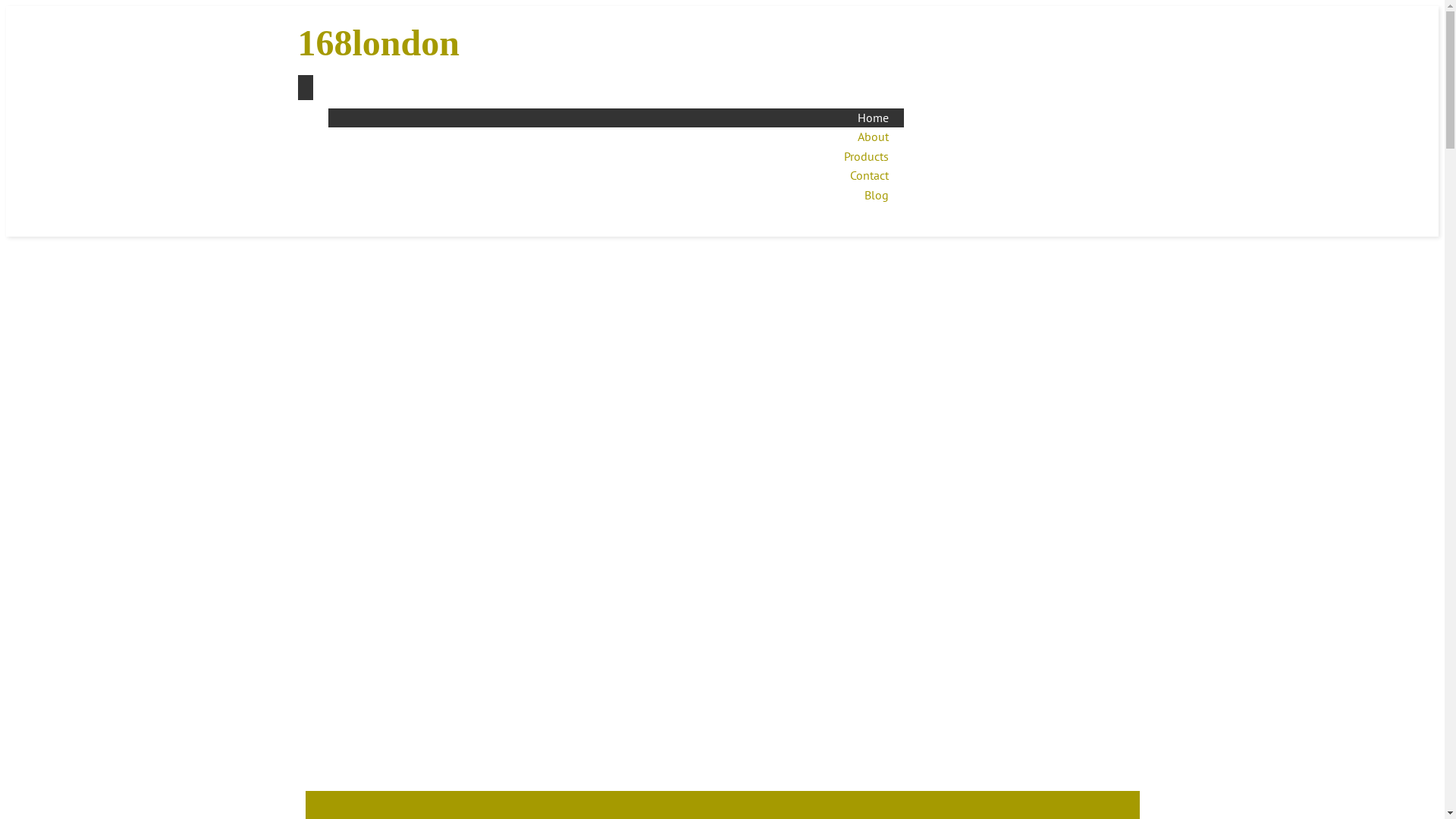  Describe the element at coordinates (422, 42) in the screenshot. I see `'168london'` at that location.